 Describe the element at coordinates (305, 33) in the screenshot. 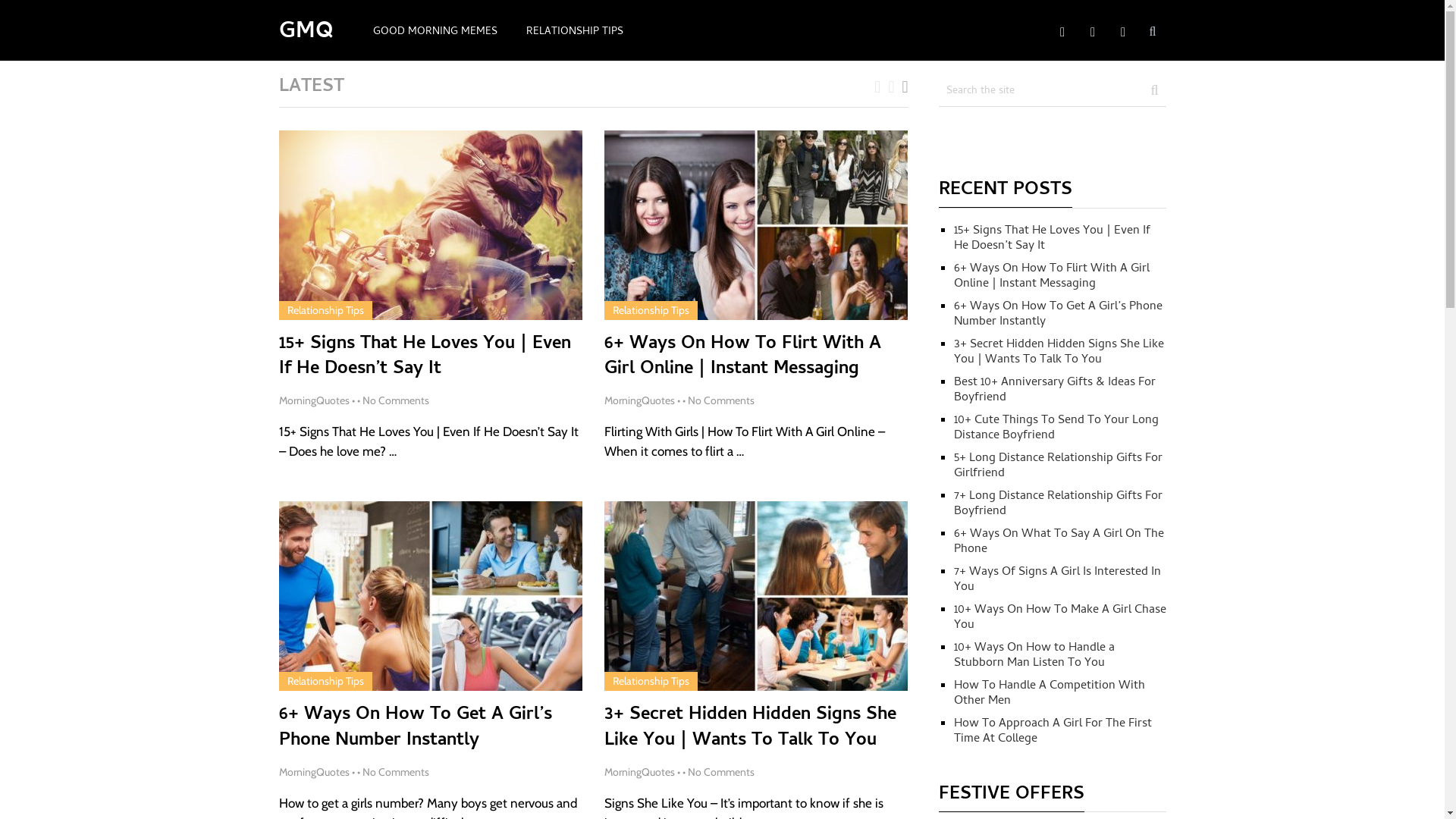

I see `'GMQ'` at that location.